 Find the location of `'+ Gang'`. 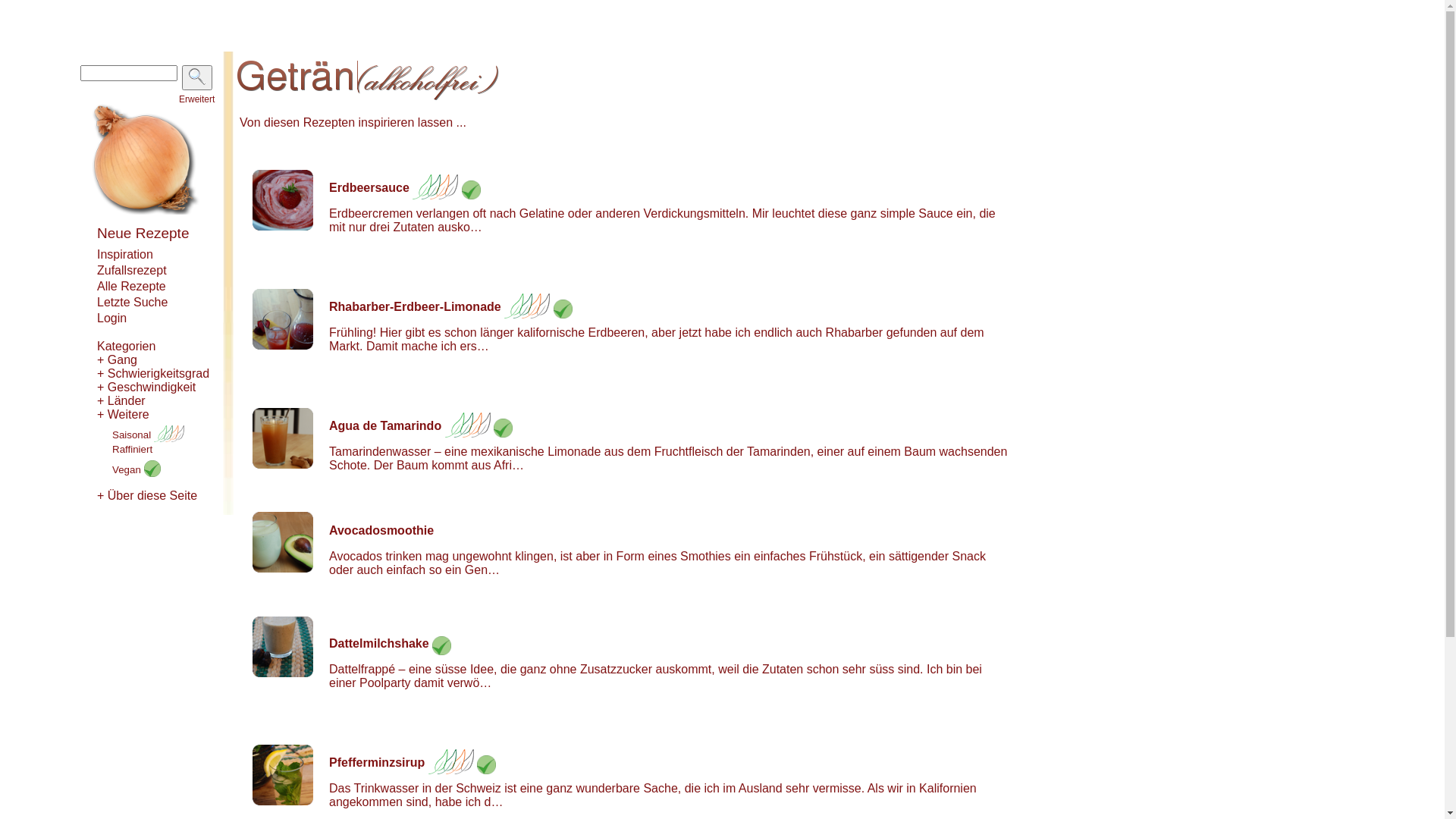

'+ Gang' is located at coordinates (116, 359).